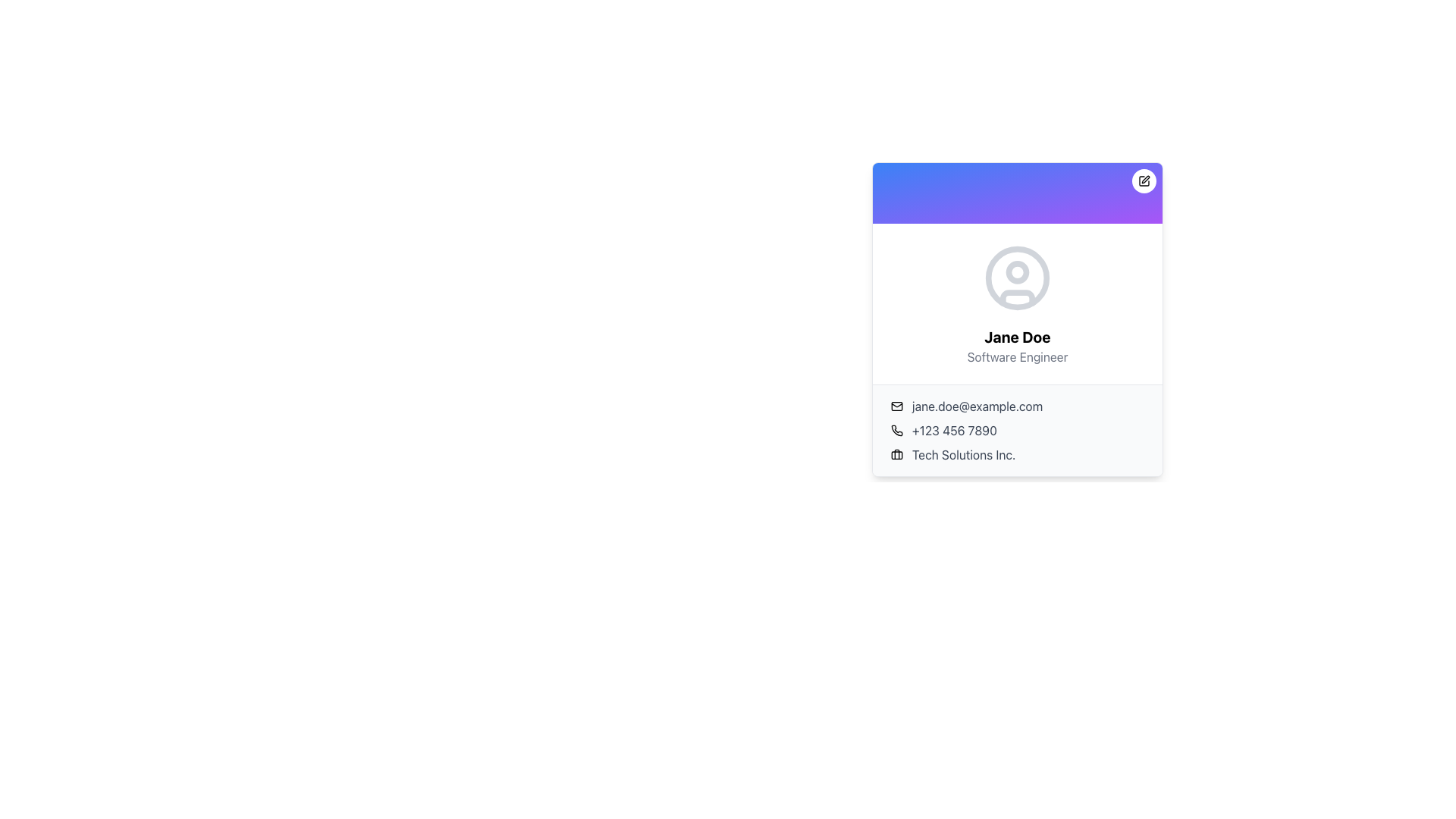 The height and width of the screenshot is (819, 1456). Describe the element at coordinates (1018, 278) in the screenshot. I see `the User Avatar icon, which is a circular placeholder for a profile image, located at the top center of the card layout` at that location.